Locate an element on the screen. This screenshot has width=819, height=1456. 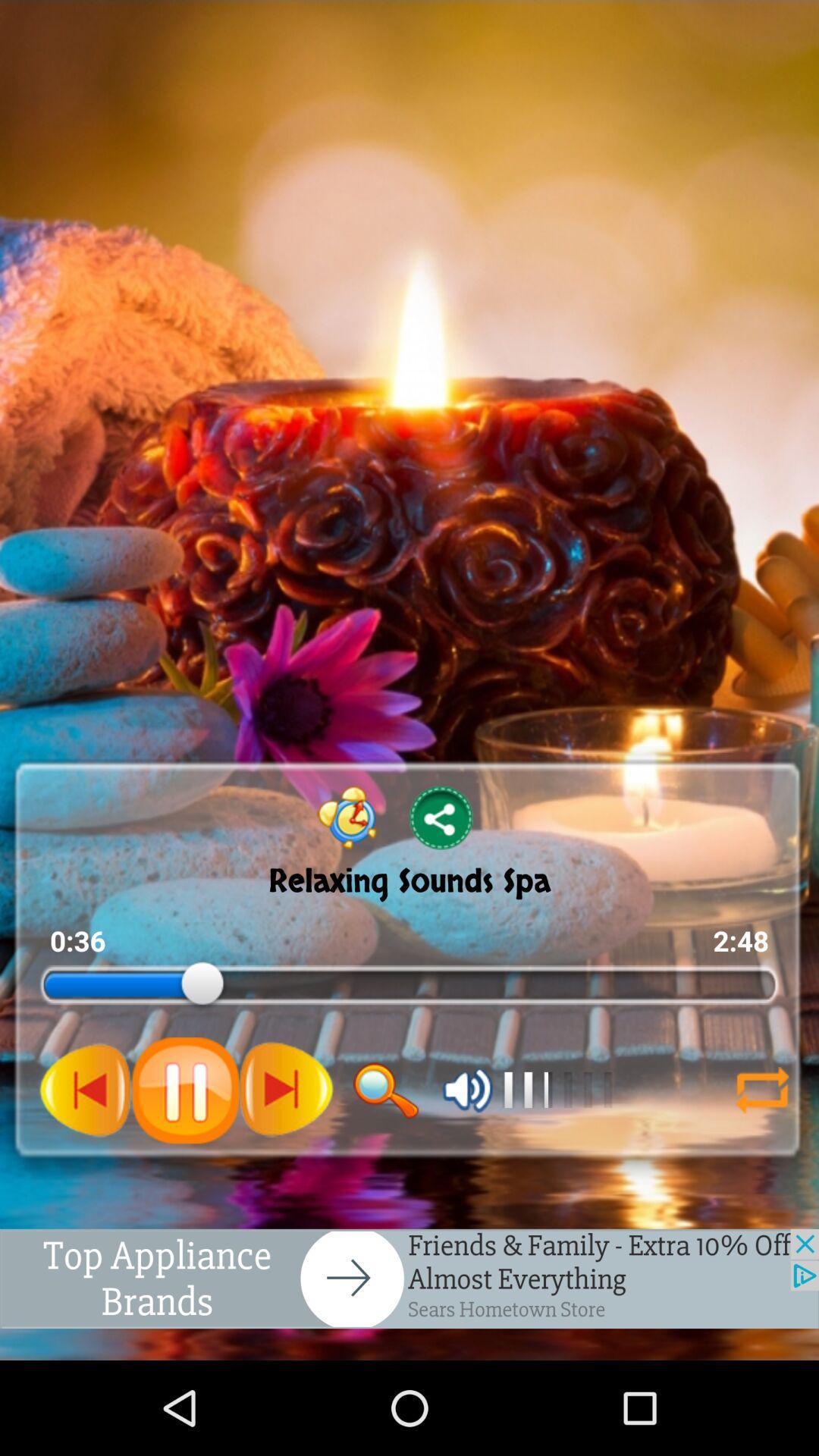
pause is located at coordinates (184, 1090).